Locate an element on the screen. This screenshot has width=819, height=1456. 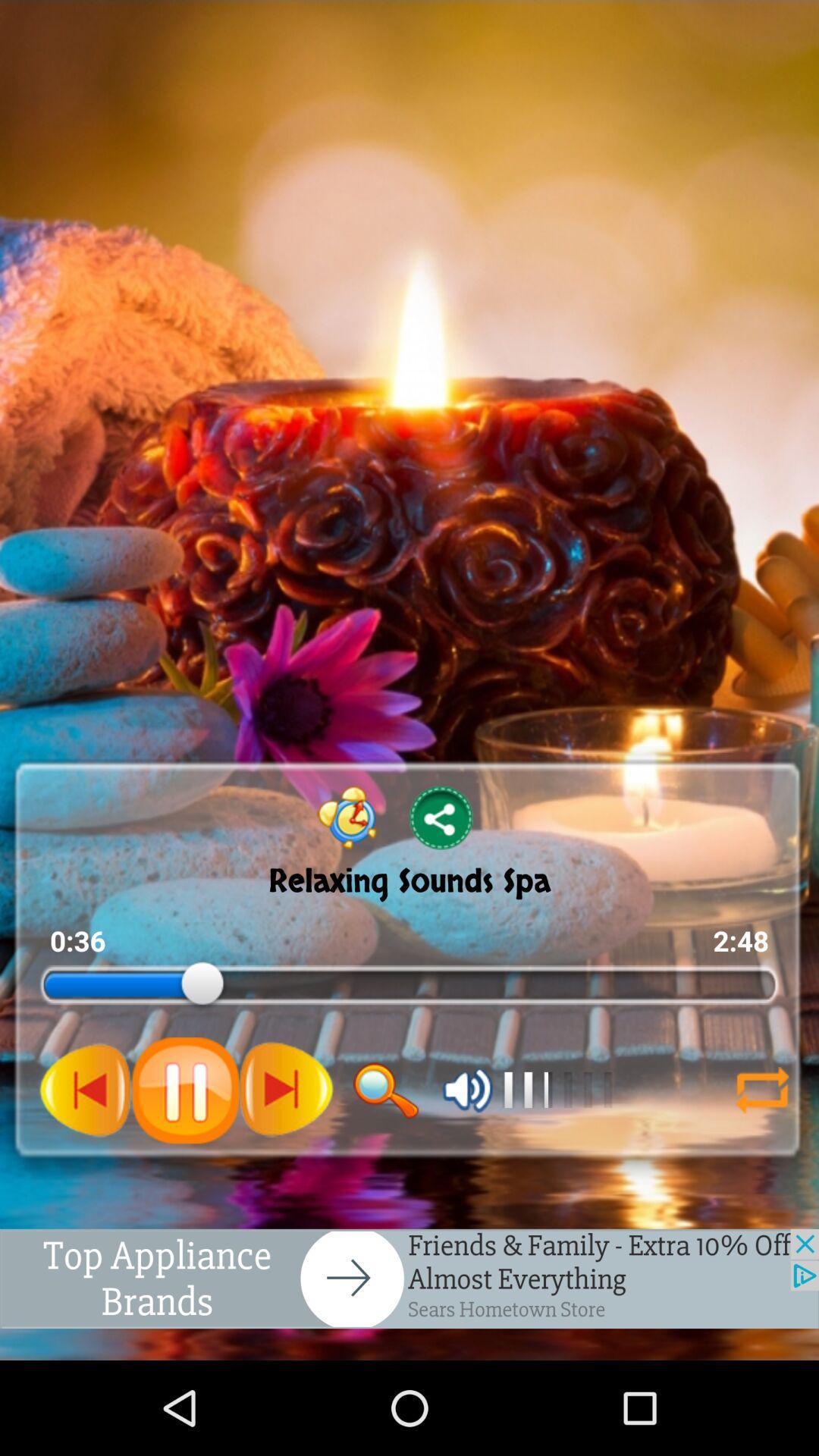
pause is located at coordinates (184, 1090).